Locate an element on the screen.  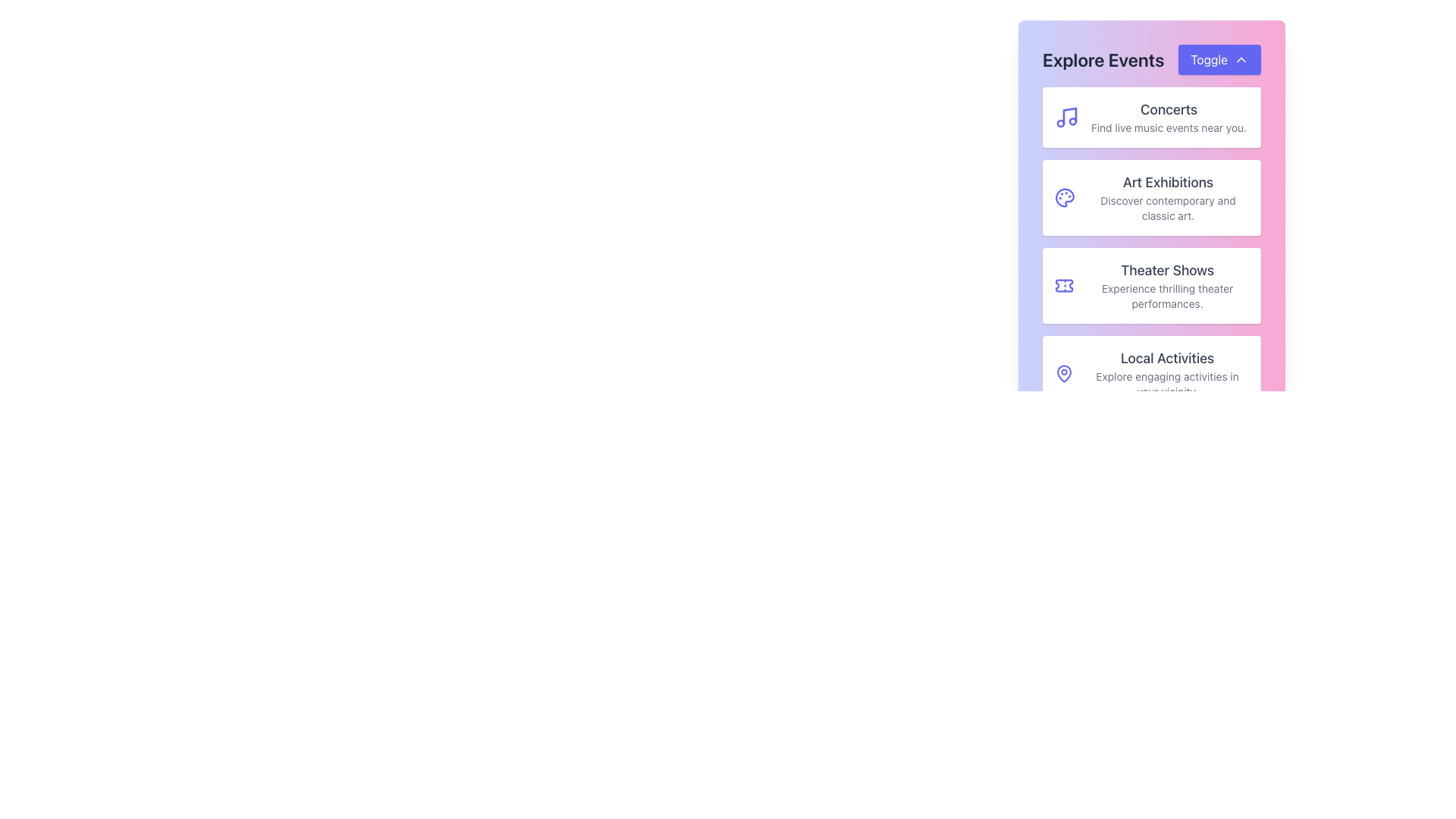
the icon in the 'Explore Events' panel that visually represents theater shows, located to the immediate left of the text label 'Theater Shows' is located at coordinates (1063, 286).